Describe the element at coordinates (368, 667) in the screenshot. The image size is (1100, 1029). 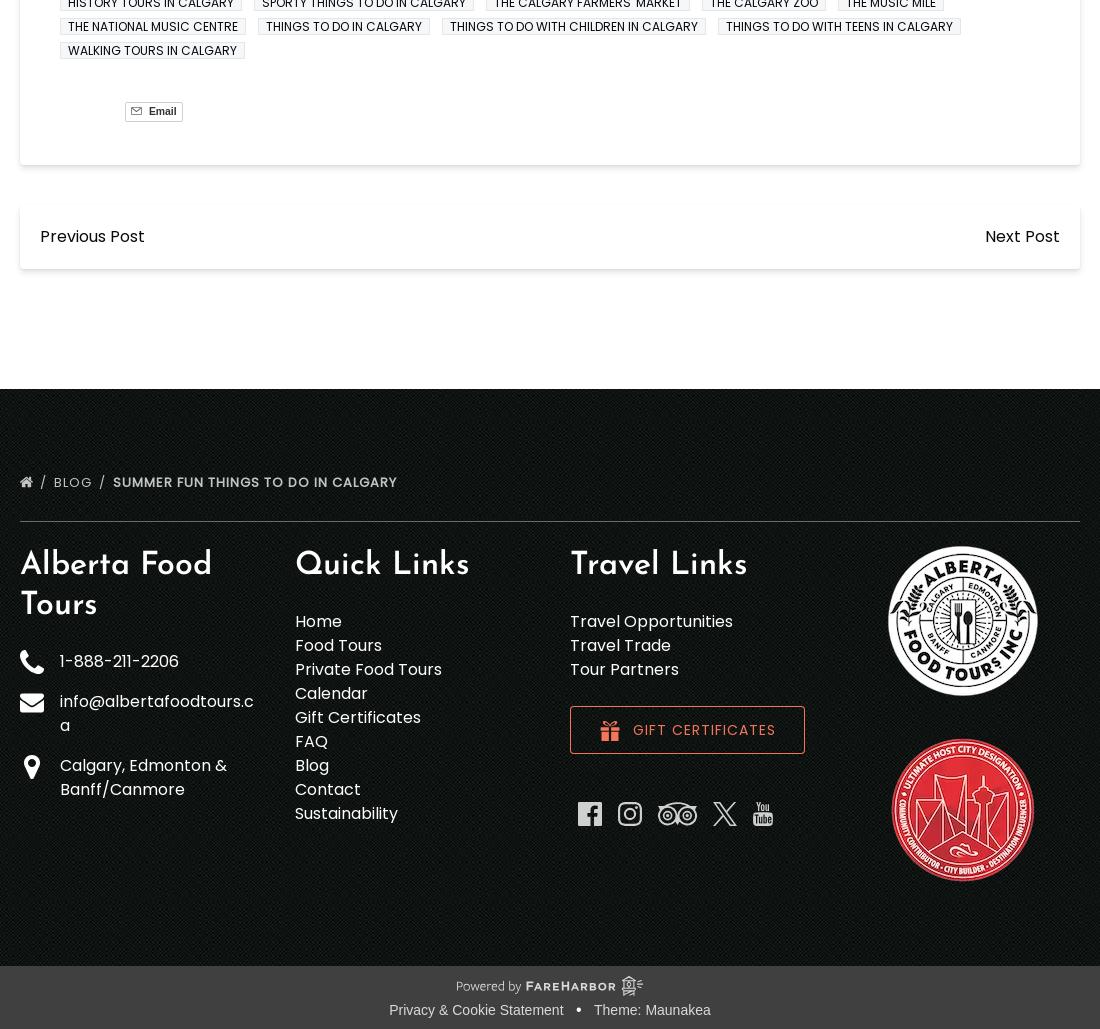
I see `'Private Food Tours'` at that location.